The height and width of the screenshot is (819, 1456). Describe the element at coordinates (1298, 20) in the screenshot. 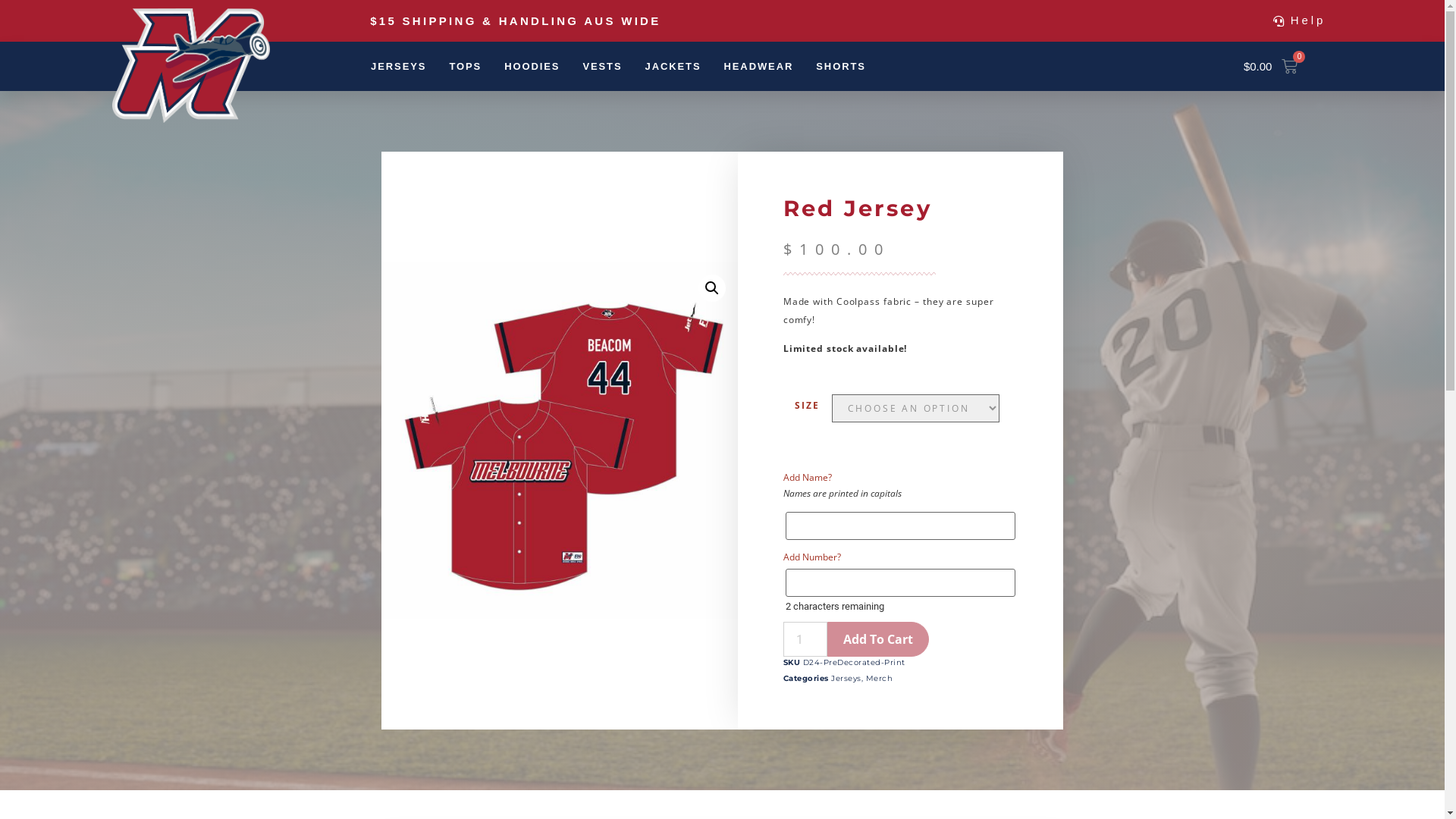

I see `'Help'` at that location.